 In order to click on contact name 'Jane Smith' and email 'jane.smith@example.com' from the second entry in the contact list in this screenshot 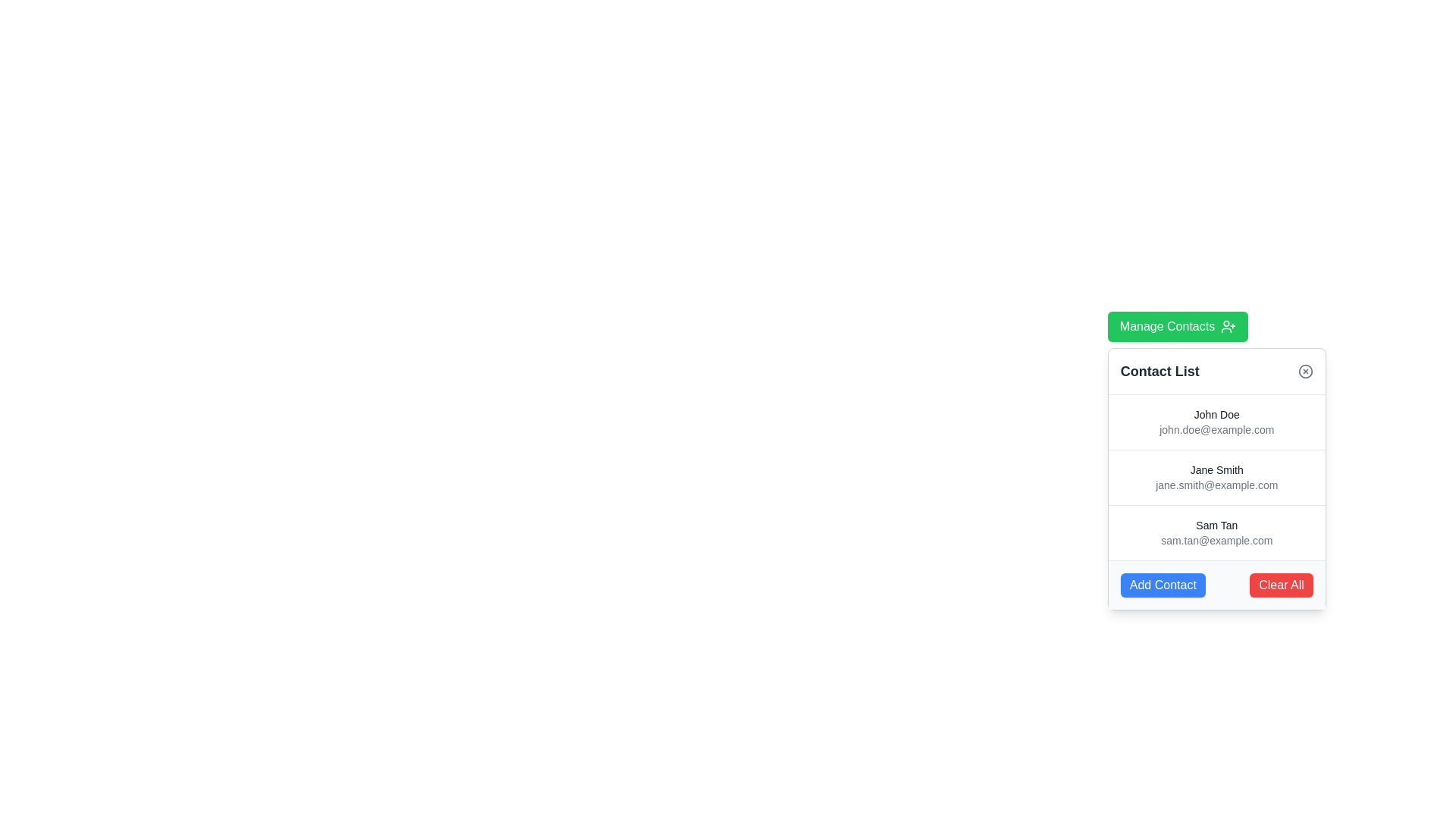, I will do `click(1216, 476)`.